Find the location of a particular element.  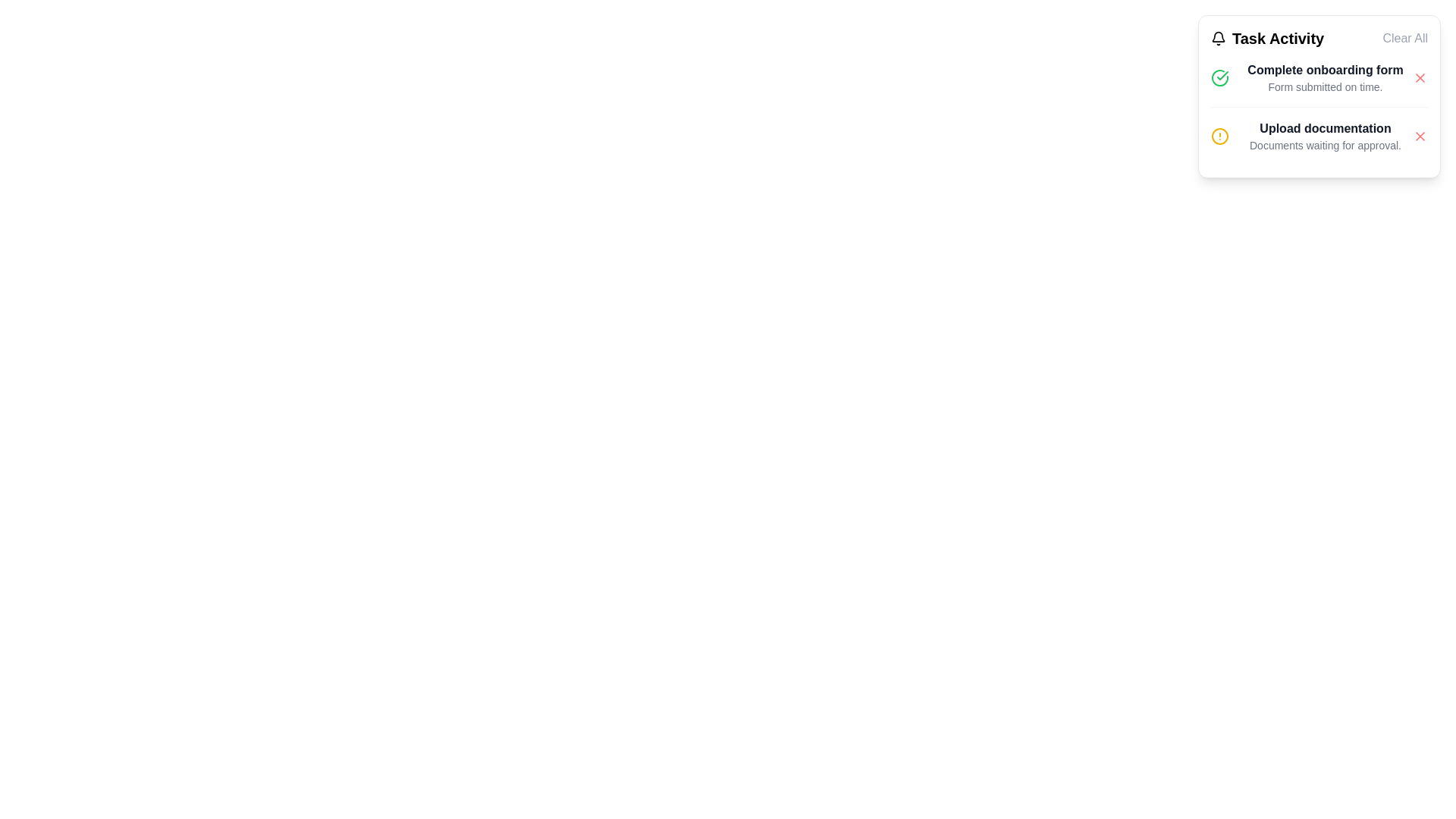

the task entry titled 'Complete onboarding form' is located at coordinates (1318, 78).